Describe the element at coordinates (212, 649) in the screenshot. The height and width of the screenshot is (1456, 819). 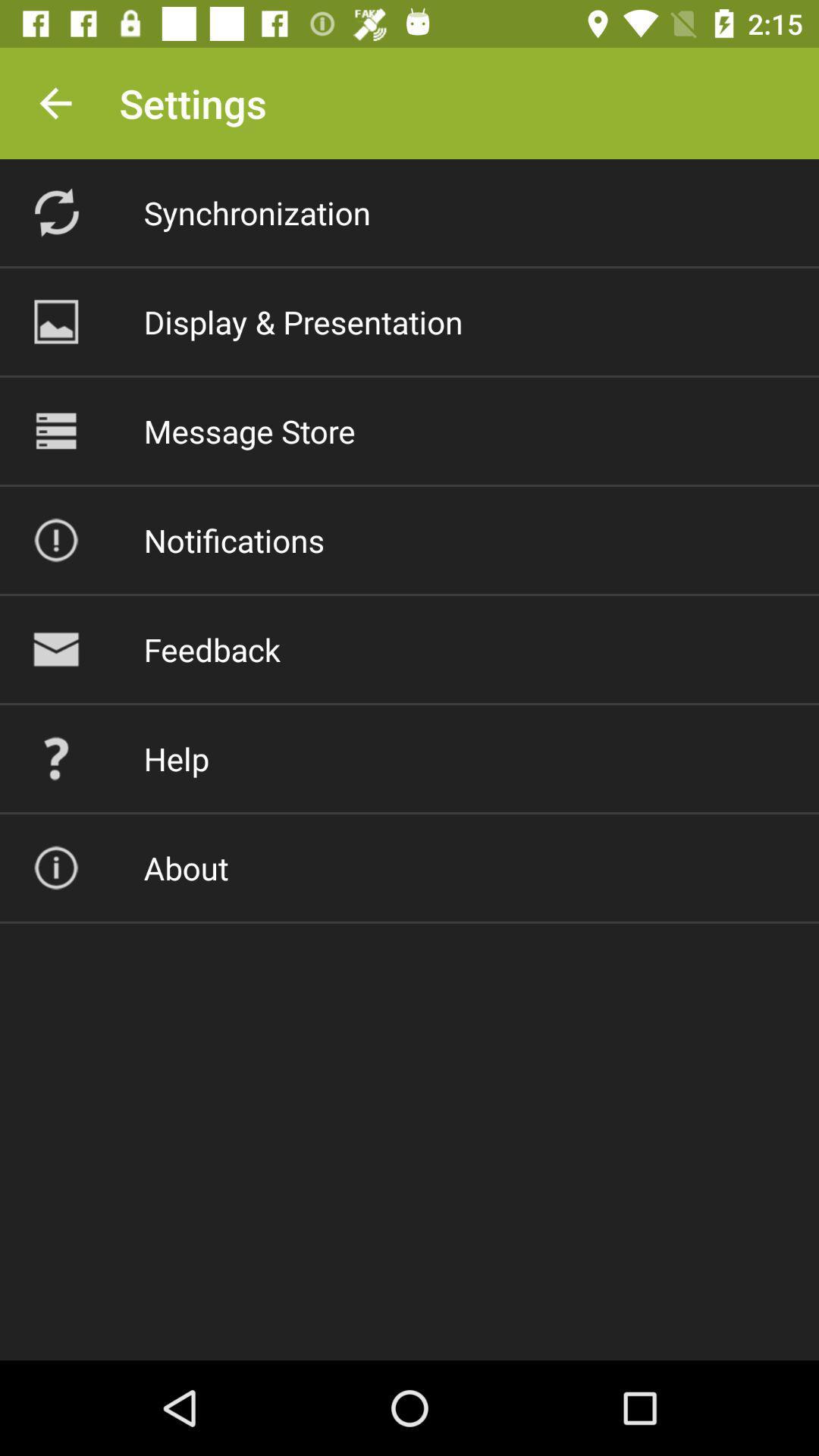
I see `the item above help icon` at that location.